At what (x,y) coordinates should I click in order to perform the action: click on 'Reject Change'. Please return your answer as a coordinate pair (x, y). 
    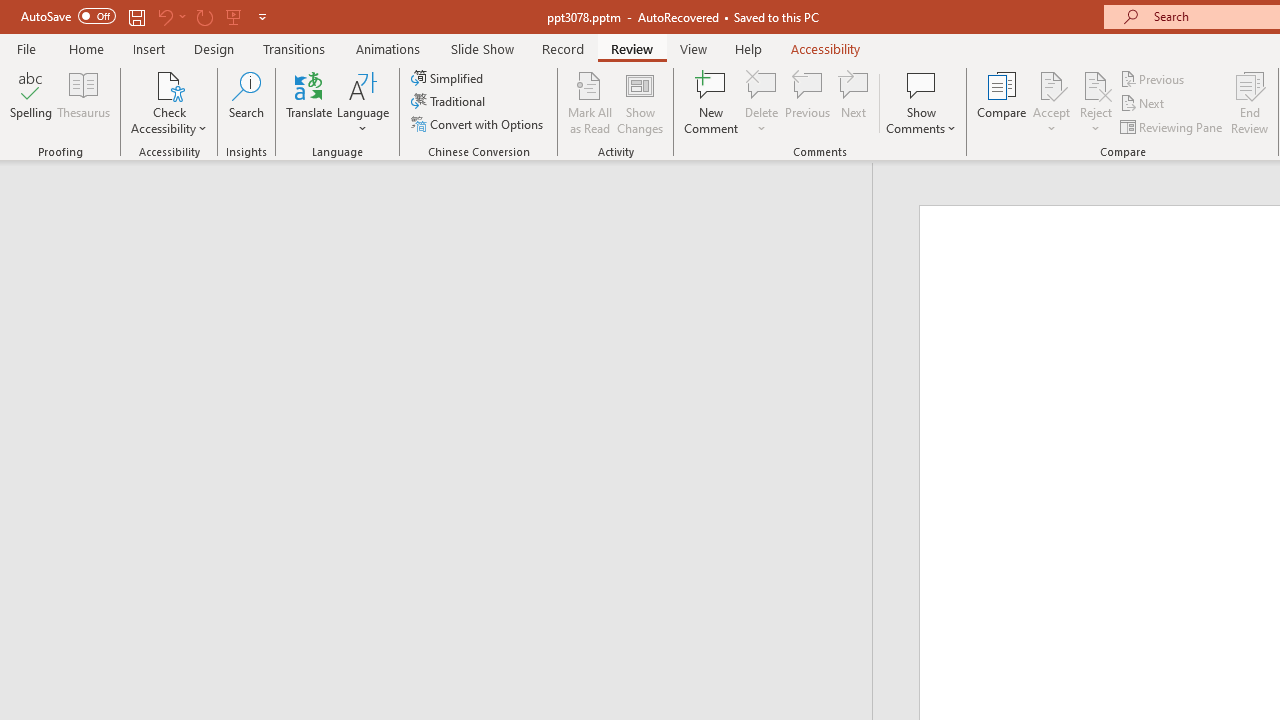
    Looking at the image, I should click on (1095, 84).